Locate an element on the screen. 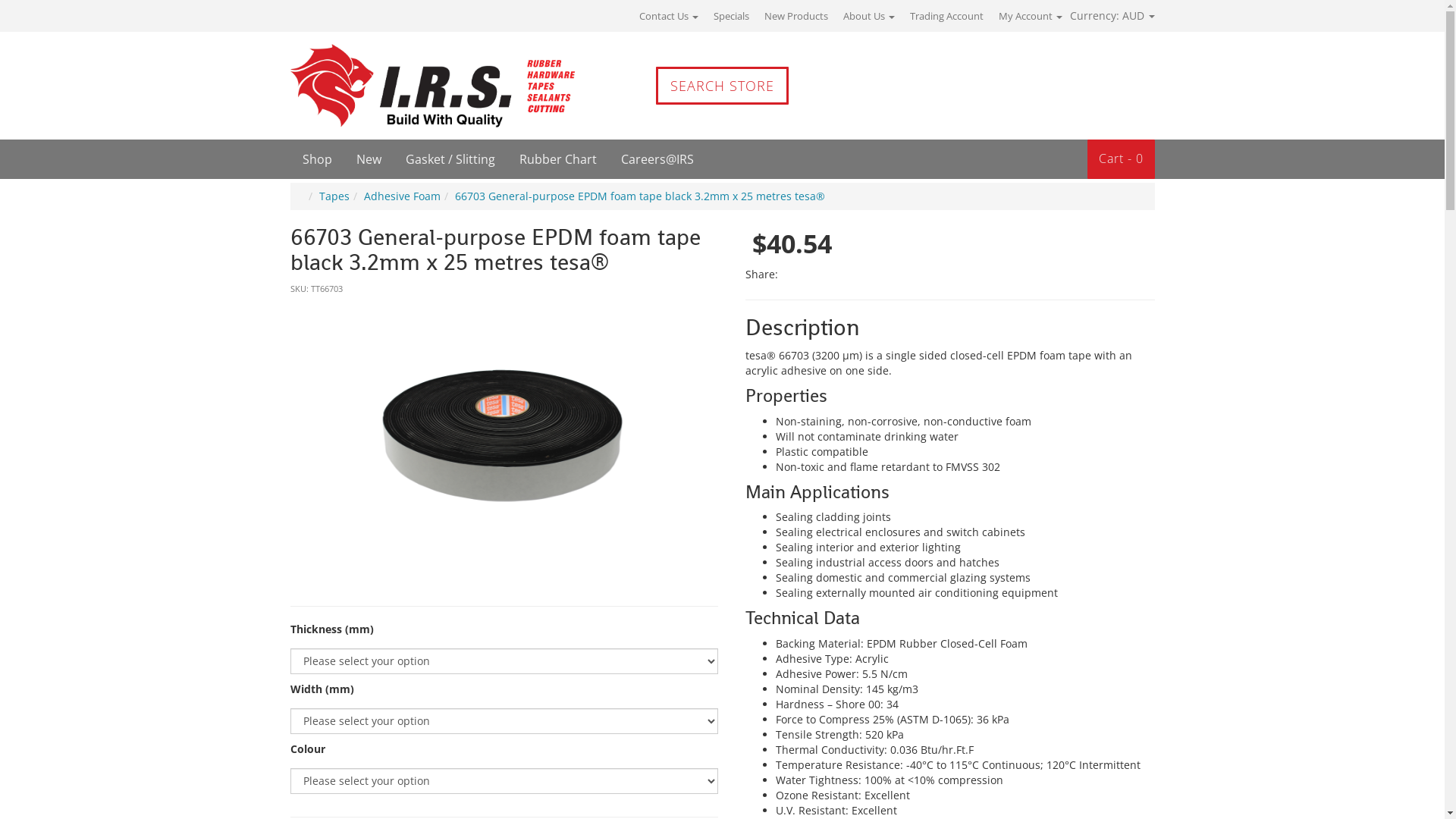 The image size is (1456, 819). 'SEARCH STORE' is located at coordinates (721, 85).